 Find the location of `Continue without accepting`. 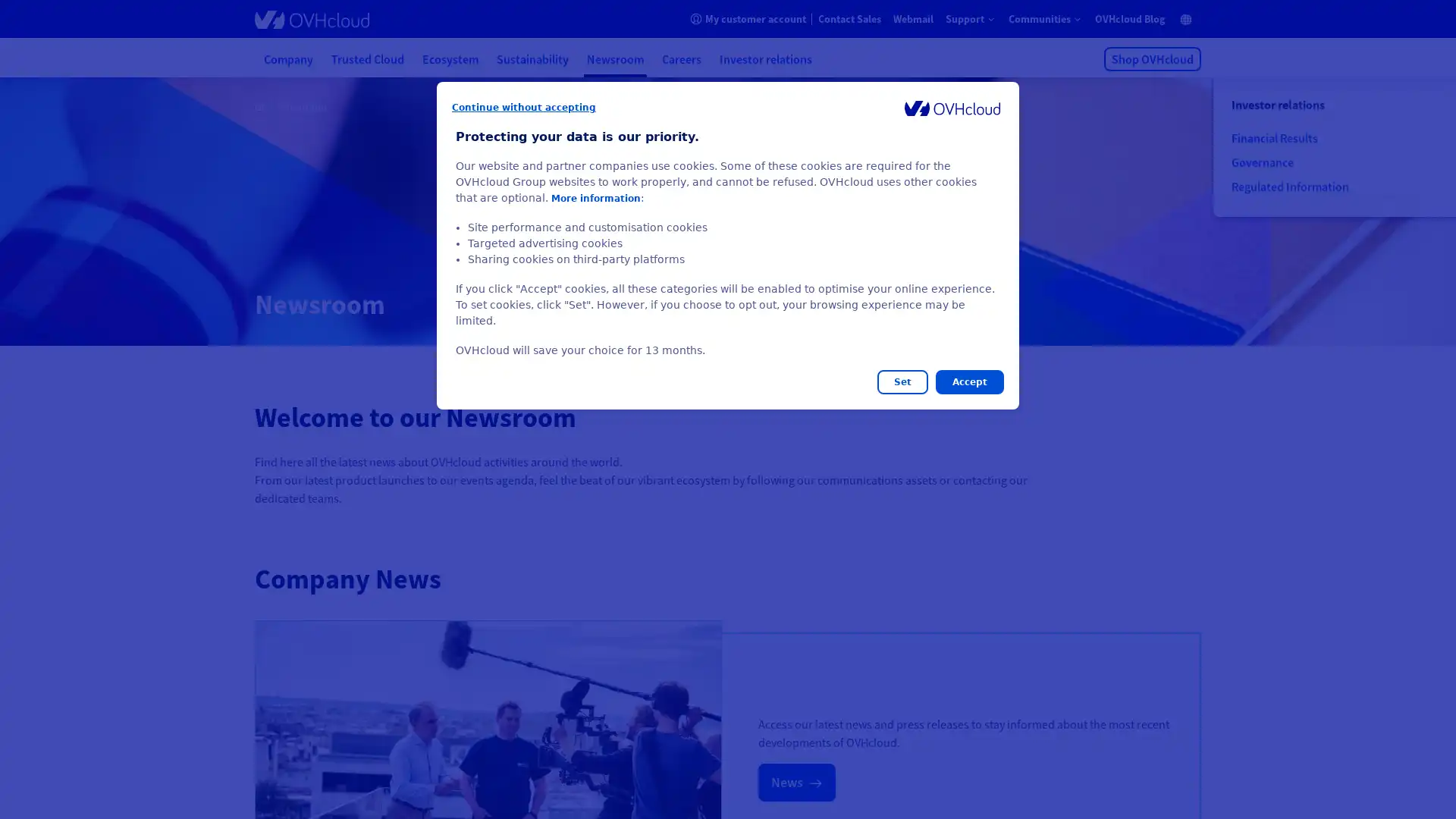

Continue without accepting is located at coordinates (524, 107).